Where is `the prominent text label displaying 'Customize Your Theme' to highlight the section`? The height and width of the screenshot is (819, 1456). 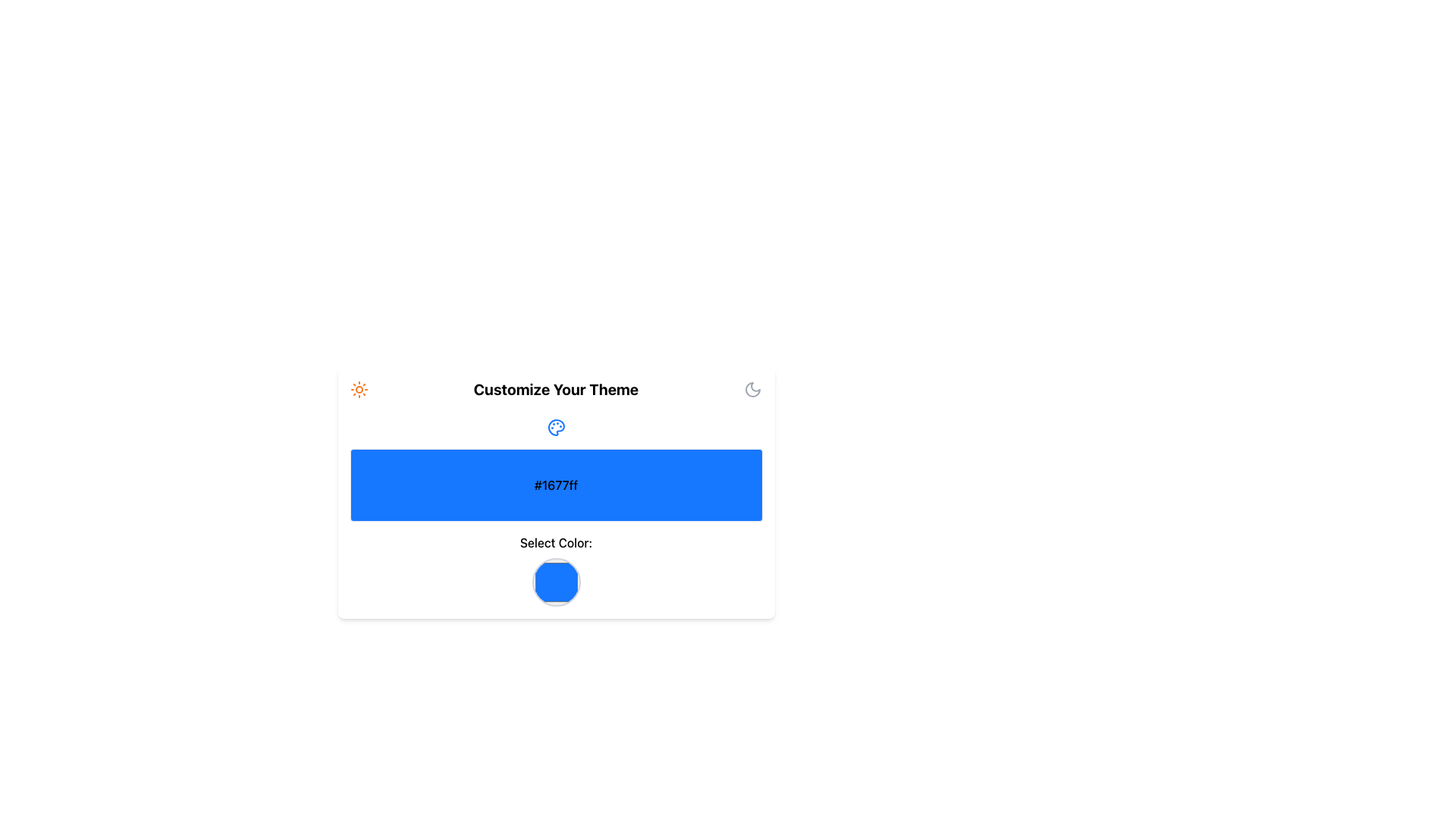 the prominent text label displaying 'Customize Your Theme' to highlight the section is located at coordinates (555, 388).